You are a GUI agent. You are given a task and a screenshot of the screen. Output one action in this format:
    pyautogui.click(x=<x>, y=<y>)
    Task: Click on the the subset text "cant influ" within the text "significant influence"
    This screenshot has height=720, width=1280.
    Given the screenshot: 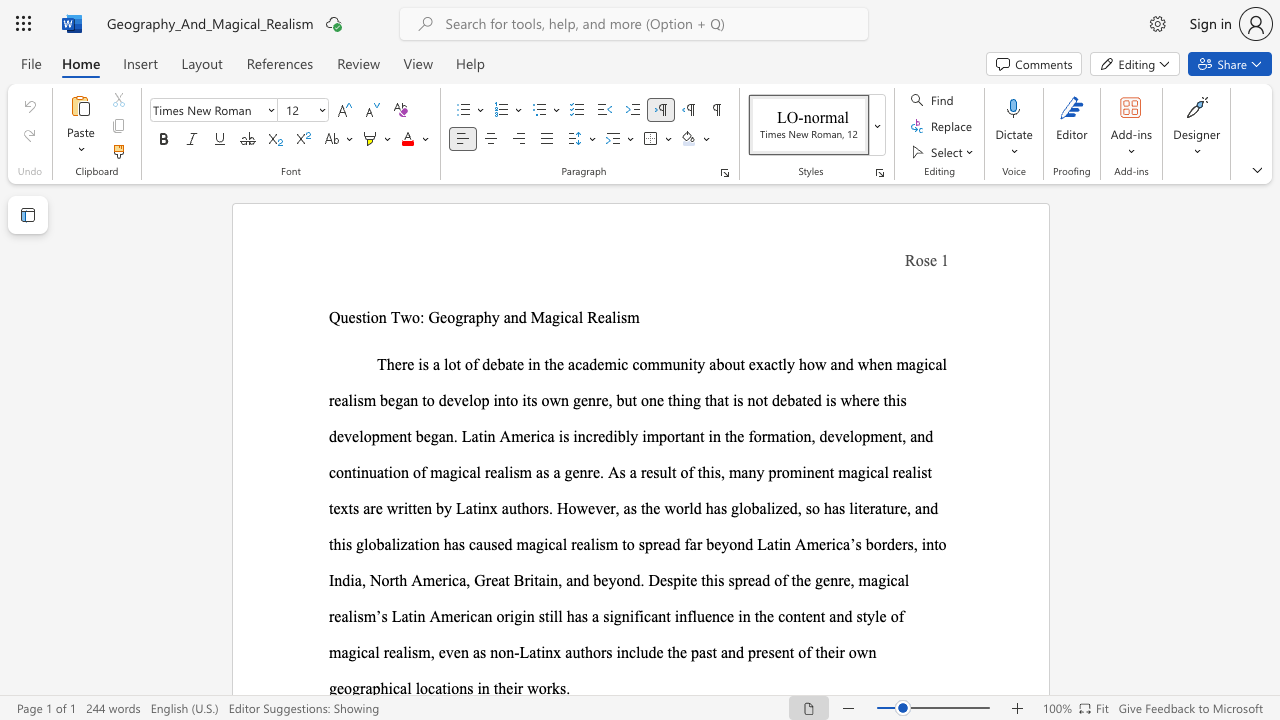 What is the action you would take?
    pyautogui.click(x=644, y=615)
    